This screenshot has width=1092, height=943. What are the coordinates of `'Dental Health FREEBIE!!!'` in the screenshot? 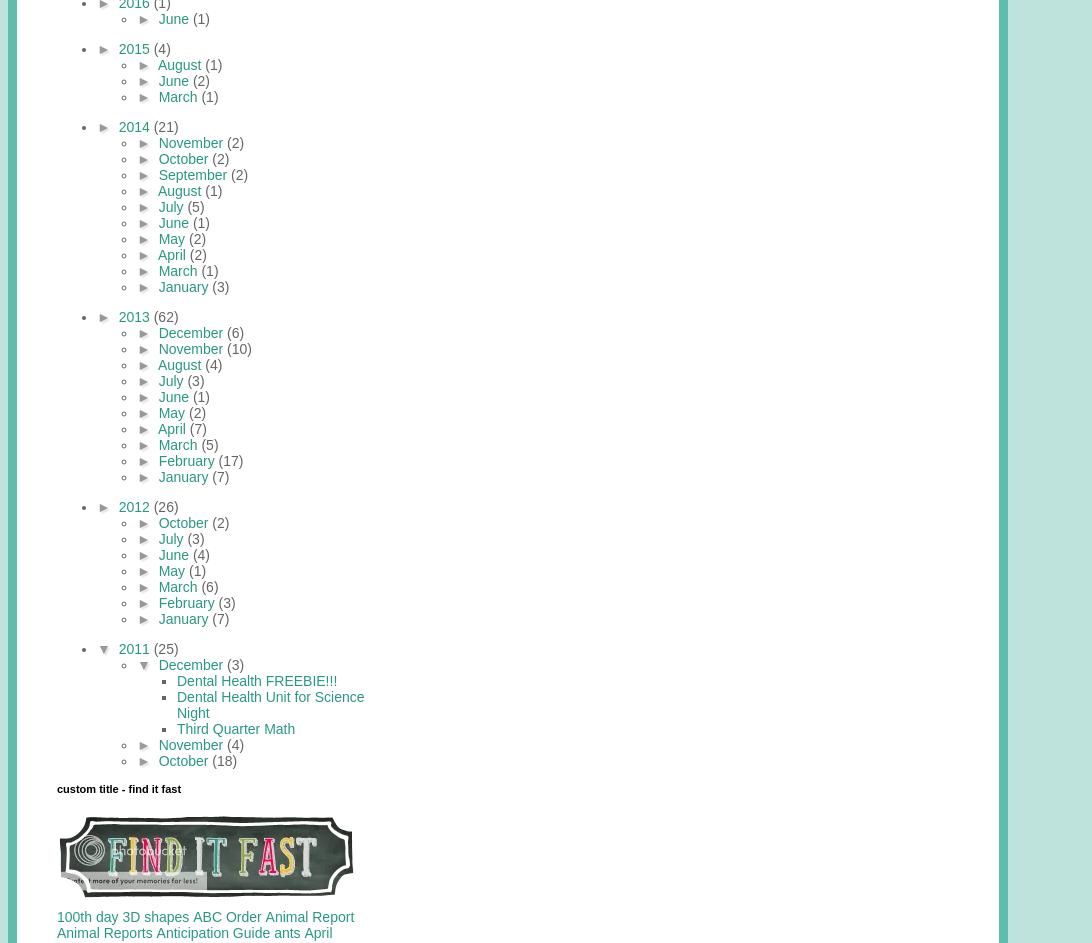 It's located at (256, 679).